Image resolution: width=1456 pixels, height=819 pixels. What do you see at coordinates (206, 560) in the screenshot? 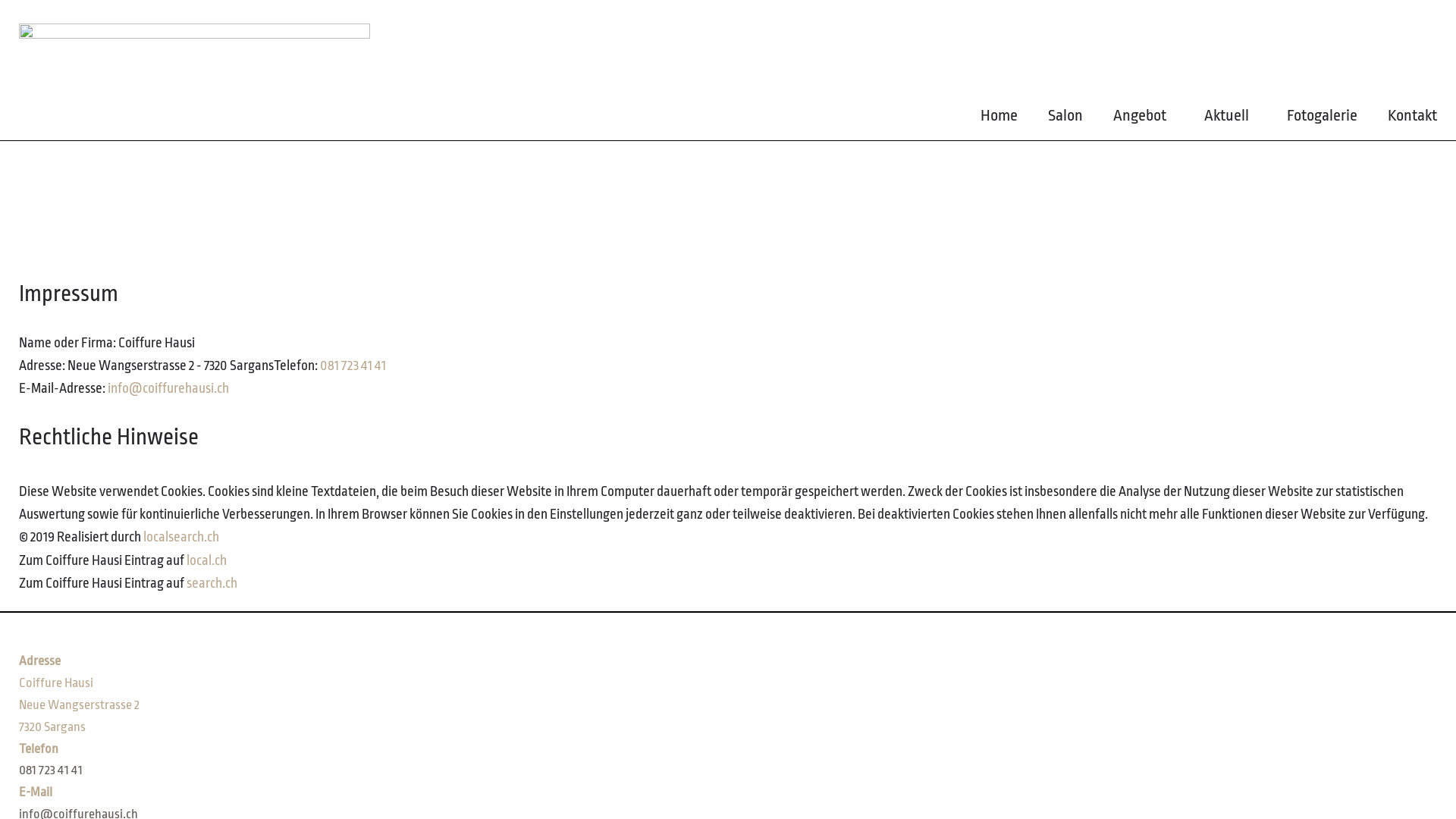
I see `'local.ch'` at bounding box center [206, 560].